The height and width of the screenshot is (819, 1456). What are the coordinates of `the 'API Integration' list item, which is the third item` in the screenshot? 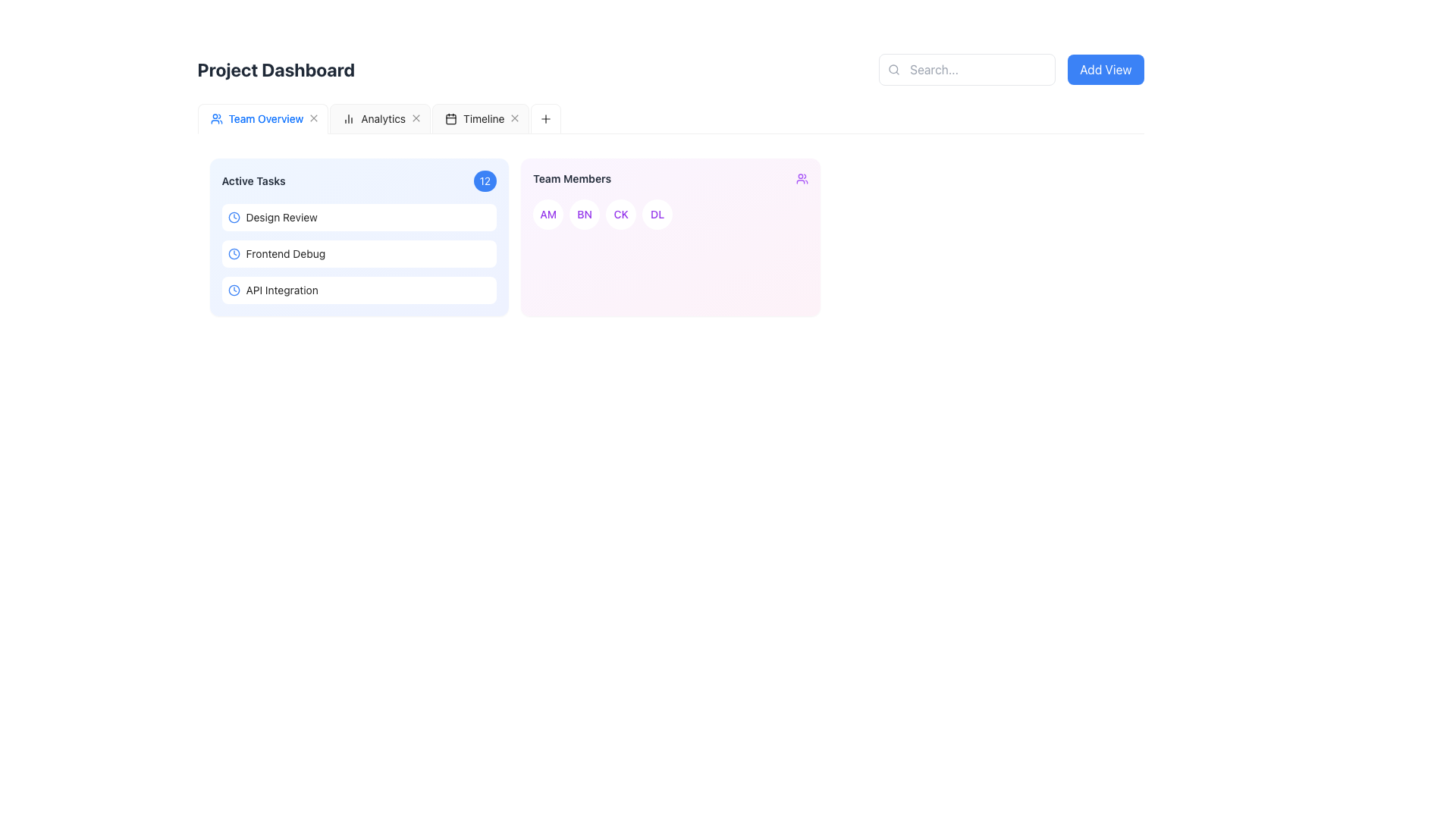 It's located at (358, 290).